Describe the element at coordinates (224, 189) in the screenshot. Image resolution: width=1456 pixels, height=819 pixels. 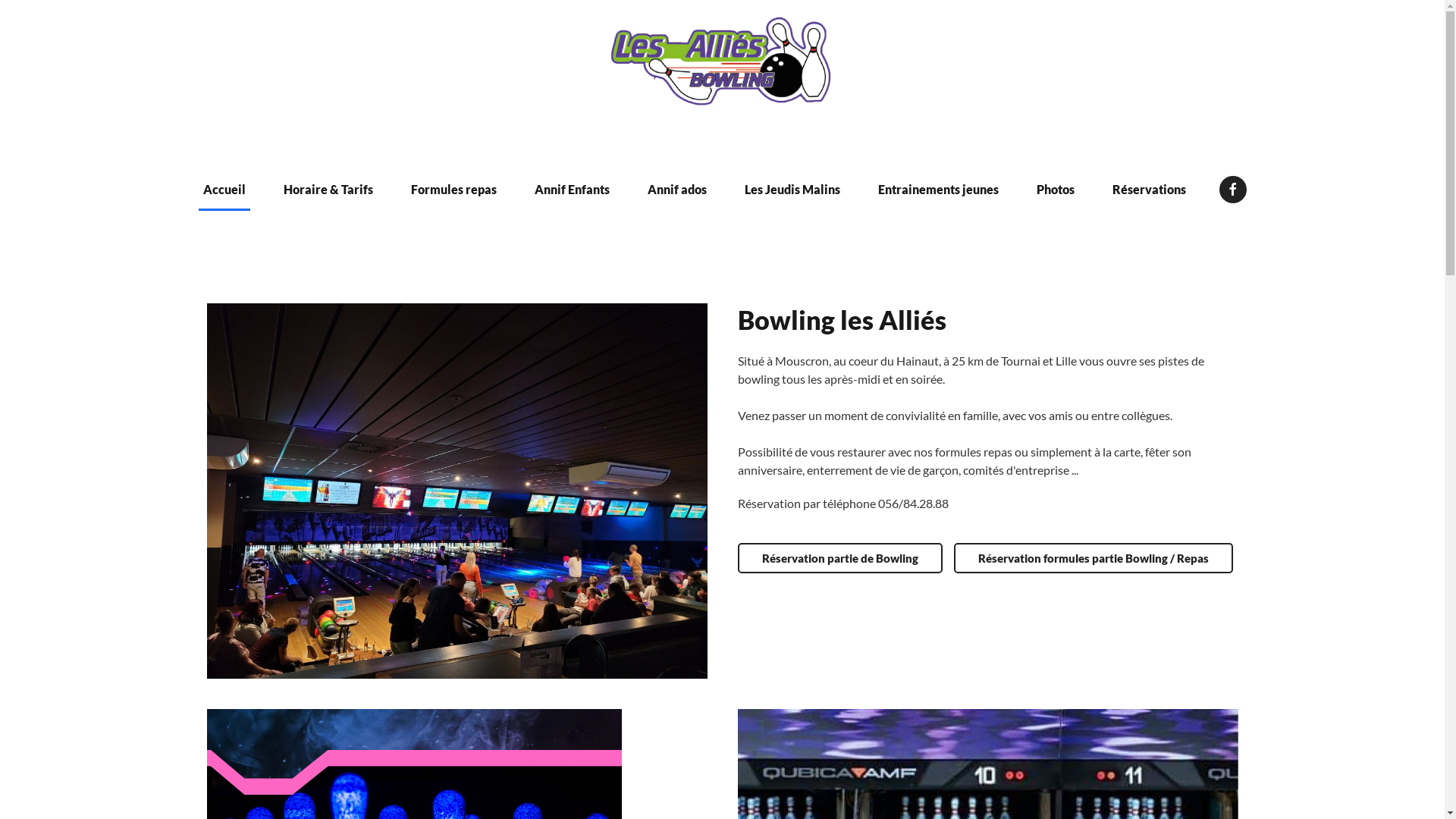
I see `'Accueil'` at that location.